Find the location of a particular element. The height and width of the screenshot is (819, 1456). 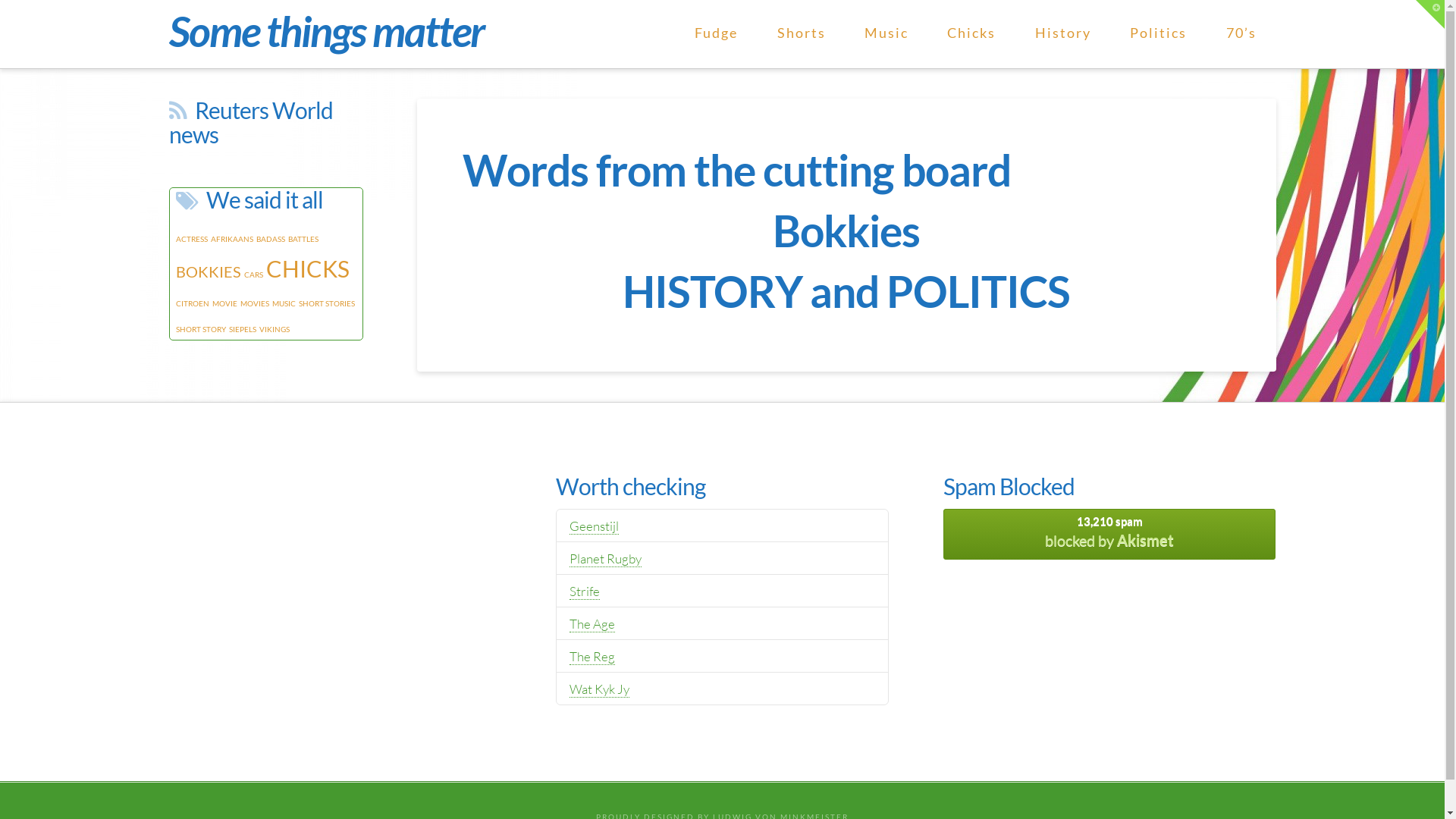

'Some things matter' is located at coordinates (325, 31).